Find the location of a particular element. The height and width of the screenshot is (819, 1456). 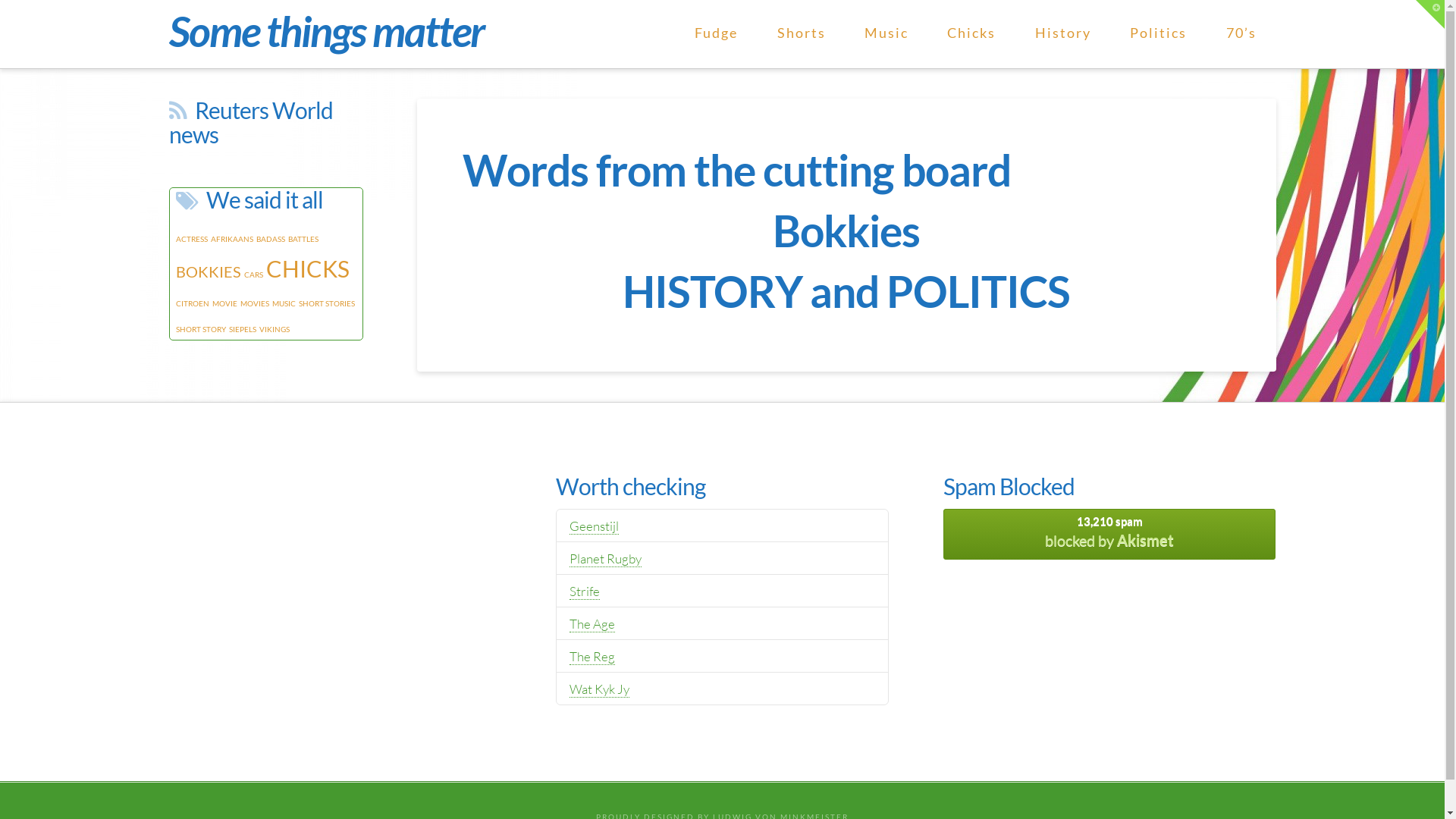

'Some things matter' is located at coordinates (325, 31).